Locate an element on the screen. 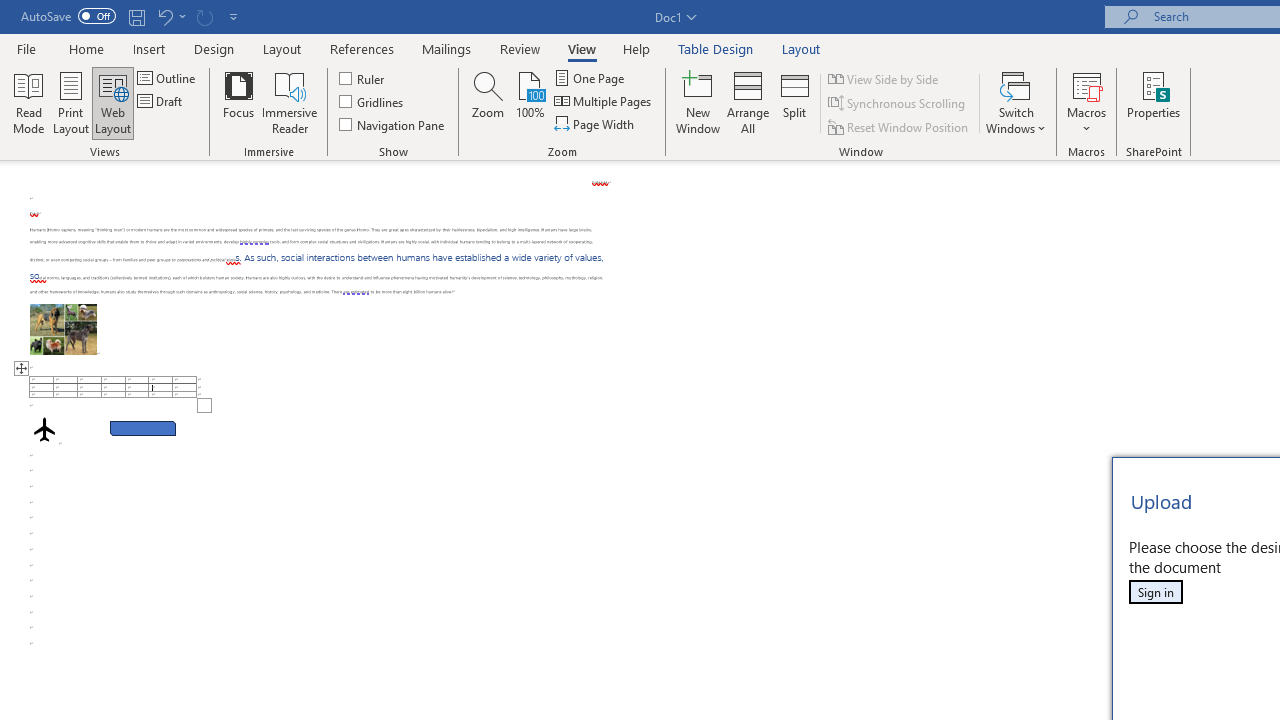 This screenshot has height=720, width=1280. 'View Side by Side' is located at coordinates (884, 78).